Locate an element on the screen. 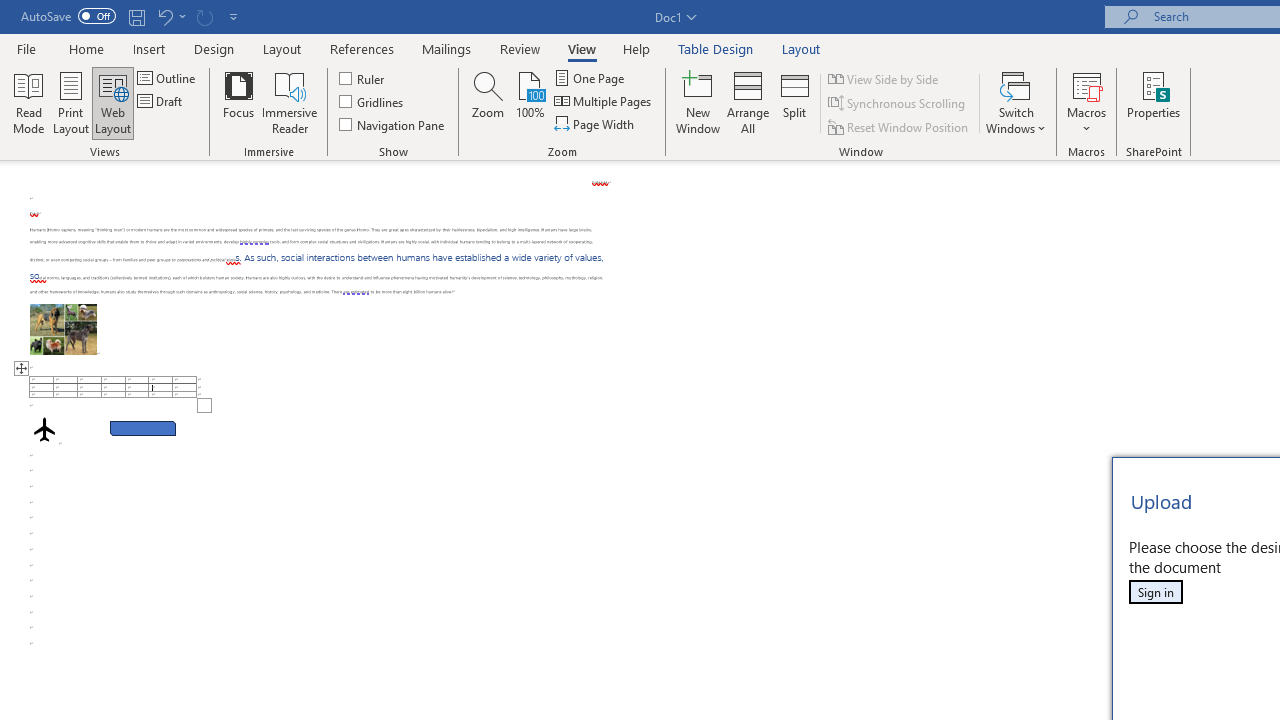 This screenshot has height=720, width=1280. 'View Side by Side' is located at coordinates (884, 78).